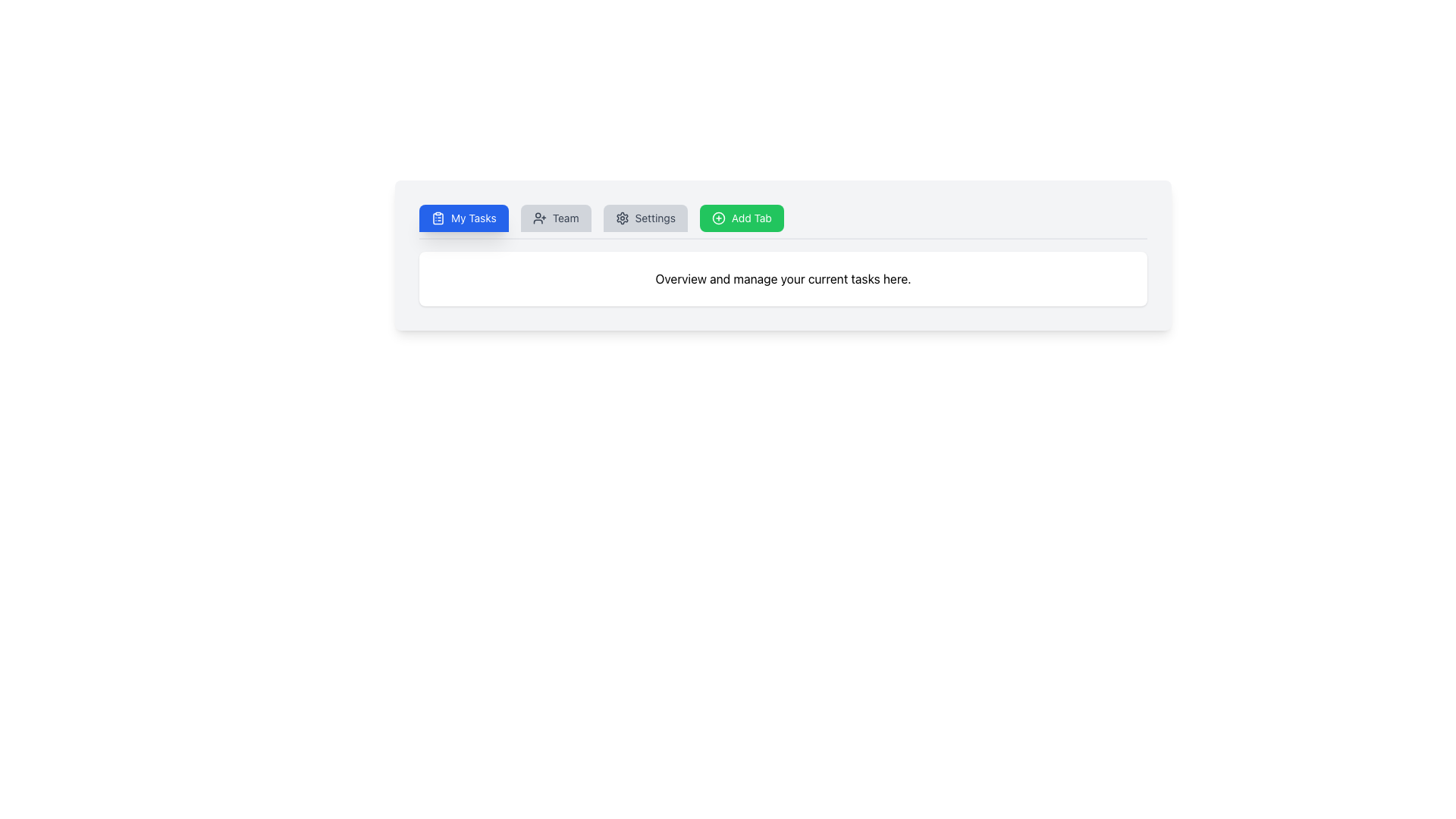 Image resolution: width=1456 pixels, height=819 pixels. I want to click on the 'Settings' button located in the top bar, positioned third among its siblings, so click(645, 218).